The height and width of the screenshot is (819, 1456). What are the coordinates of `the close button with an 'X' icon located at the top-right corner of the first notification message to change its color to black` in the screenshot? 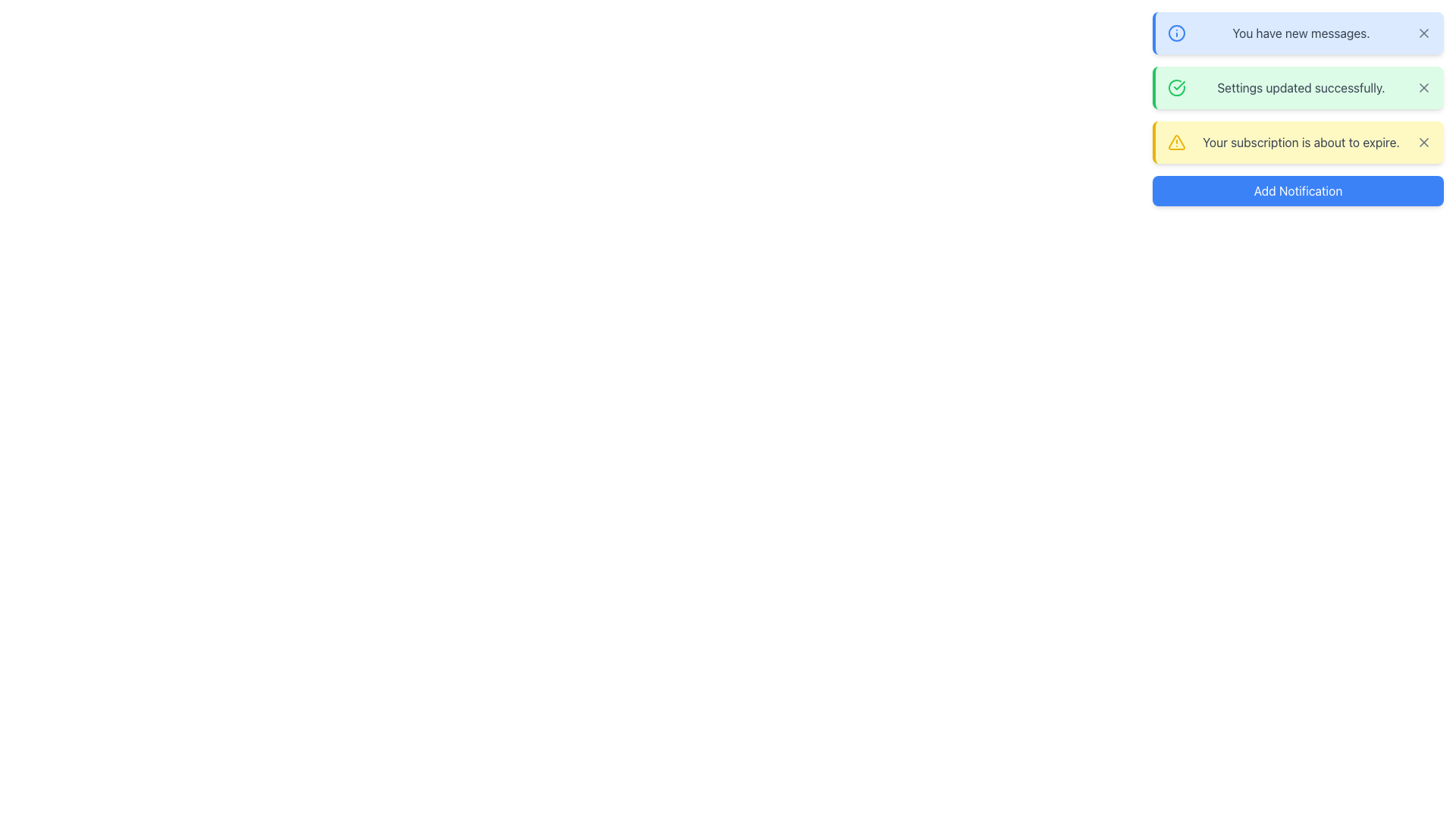 It's located at (1423, 33).